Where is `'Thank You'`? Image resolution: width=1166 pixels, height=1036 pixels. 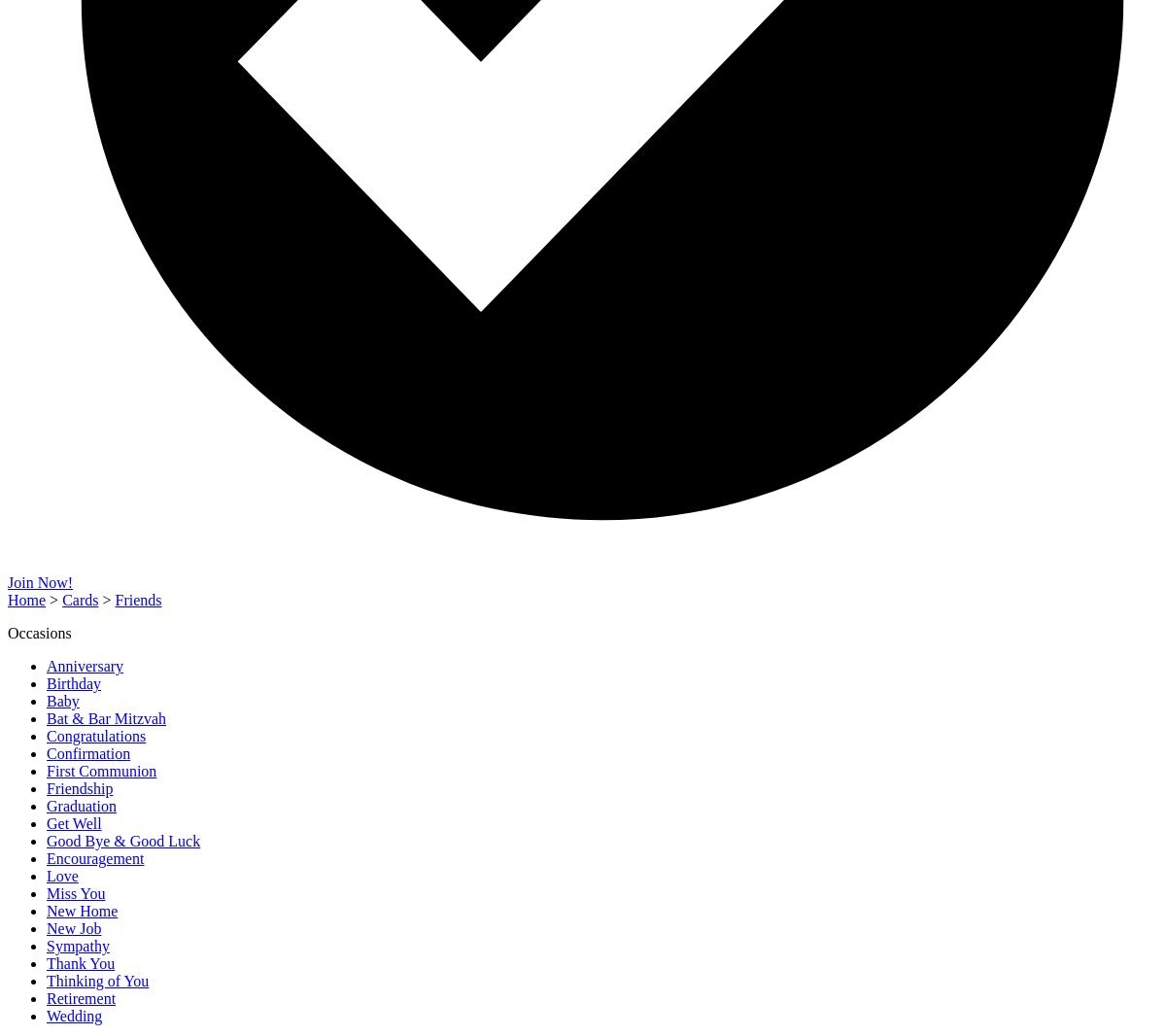 'Thank You' is located at coordinates (81, 963).